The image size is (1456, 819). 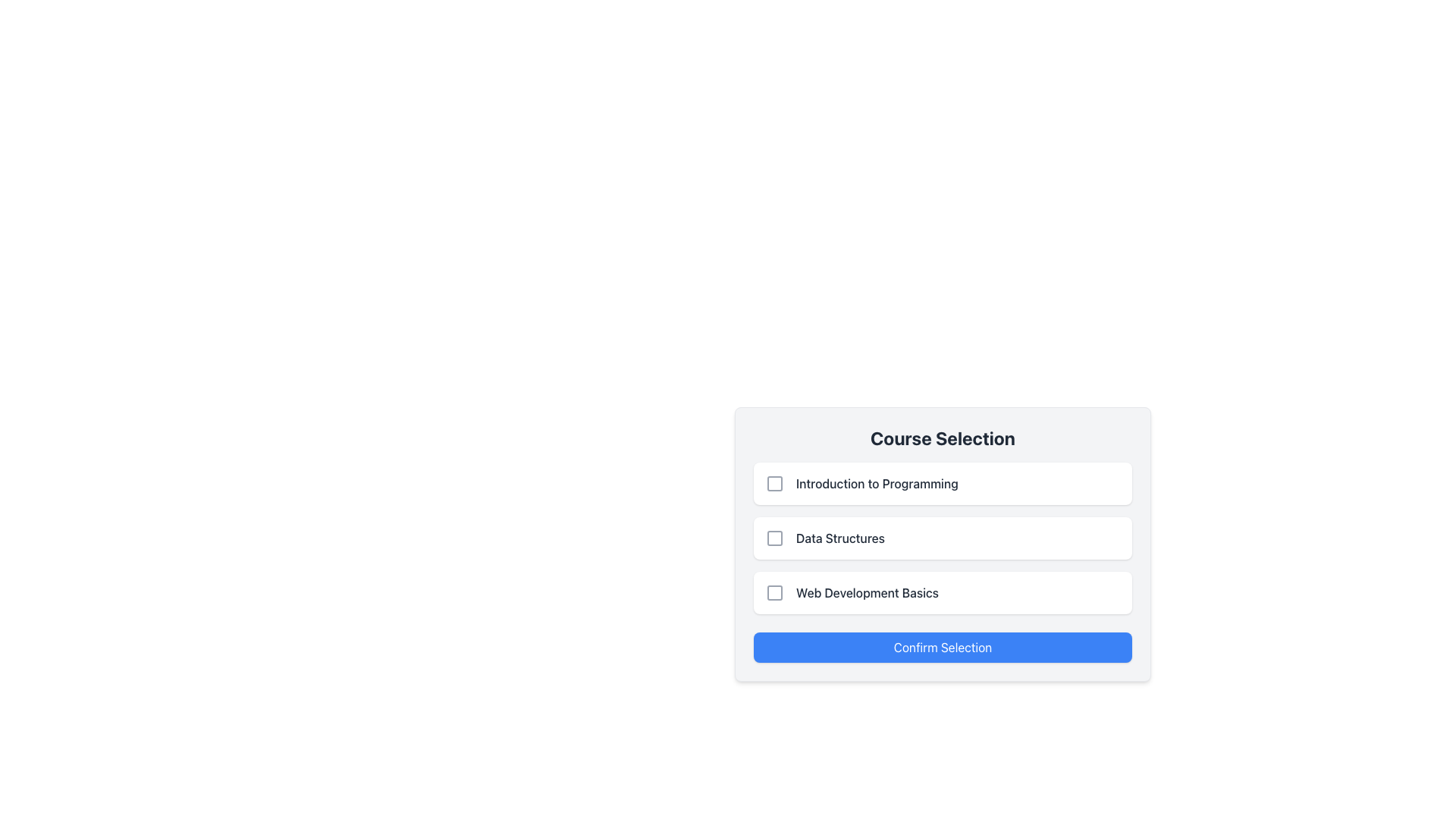 What do you see at coordinates (942, 537) in the screenshot?
I see `the checkbox in the vertical list of selectable items to unselect an option` at bounding box center [942, 537].